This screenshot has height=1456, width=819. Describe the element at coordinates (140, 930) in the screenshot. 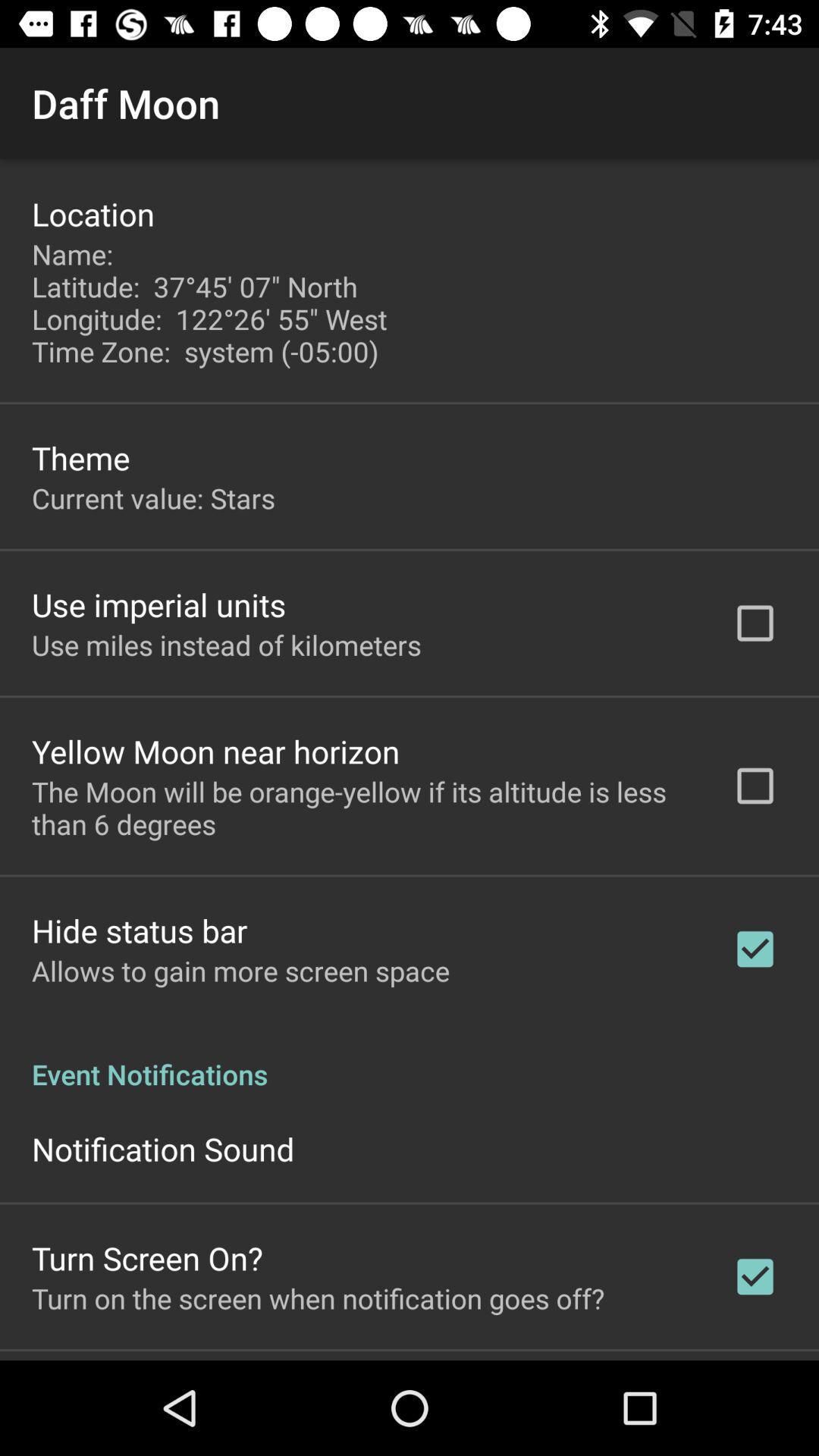

I see `icon below the moon will item` at that location.